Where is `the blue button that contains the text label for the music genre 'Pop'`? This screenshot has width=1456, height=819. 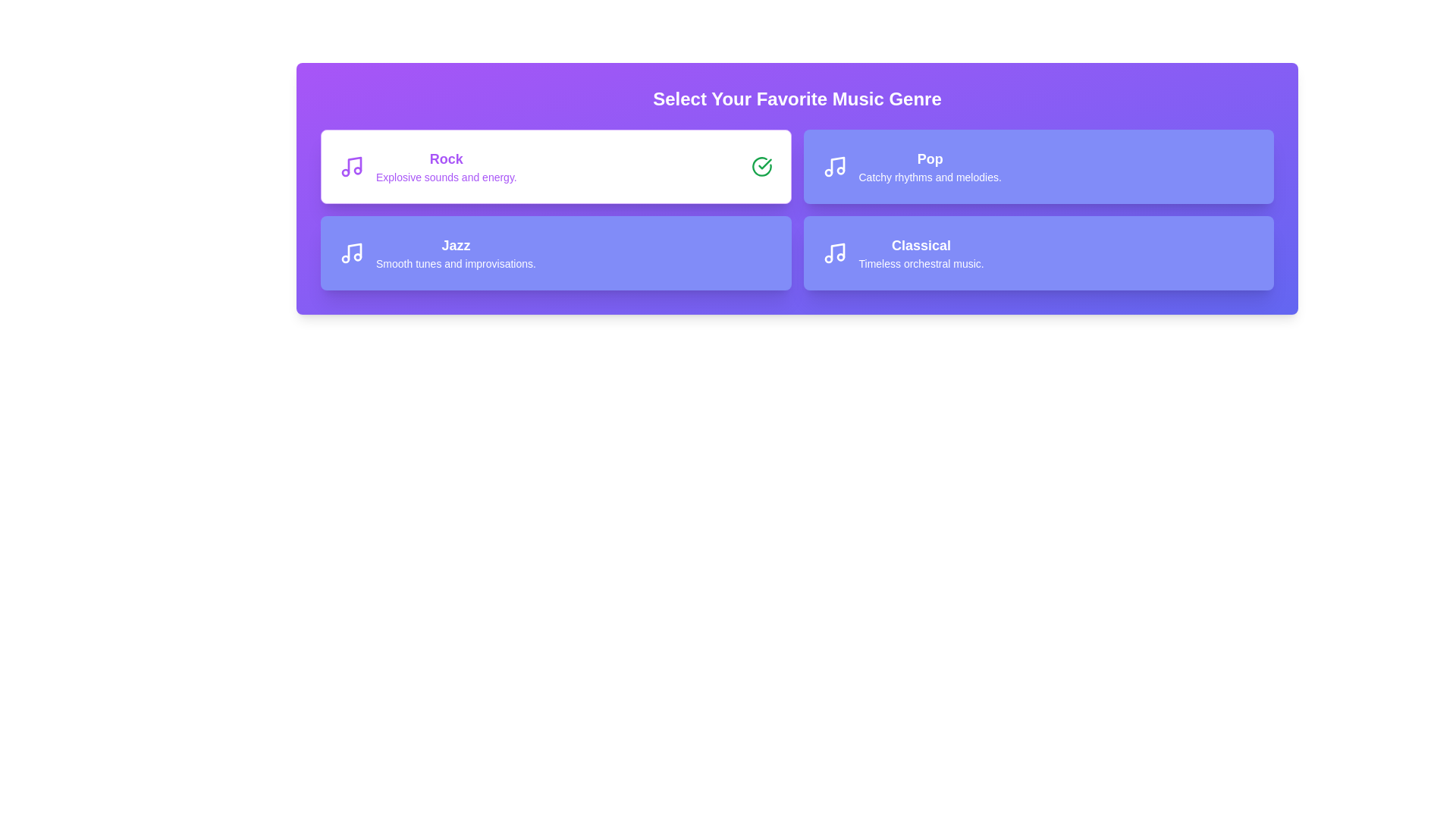
the blue button that contains the text label for the music genre 'Pop' is located at coordinates (929, 158).